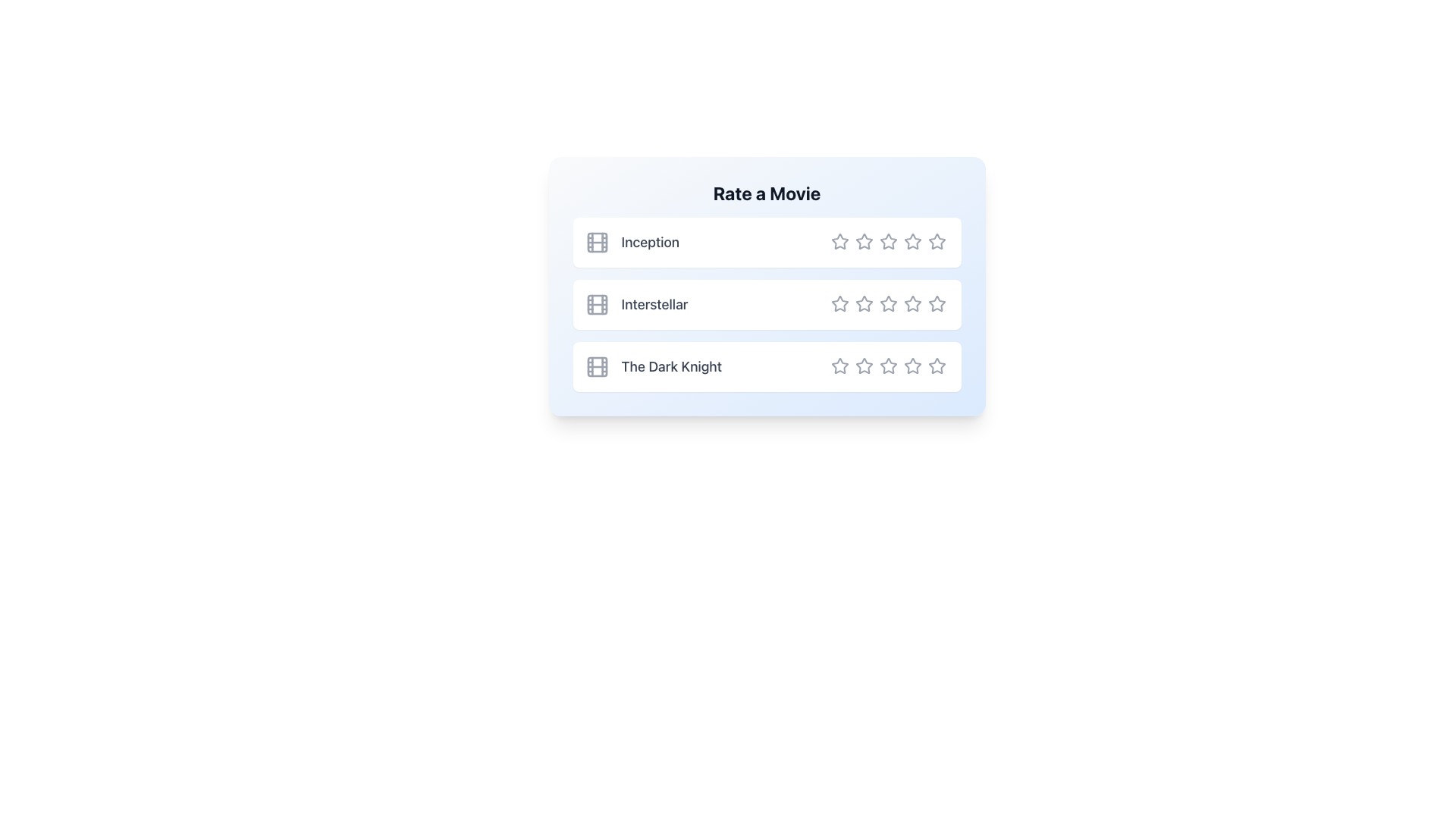  What do you see at coordinates (839, 366) in the screenshot?
I see `the first rating star for 'The Dark Knight'` at bounding box center [839, 366].